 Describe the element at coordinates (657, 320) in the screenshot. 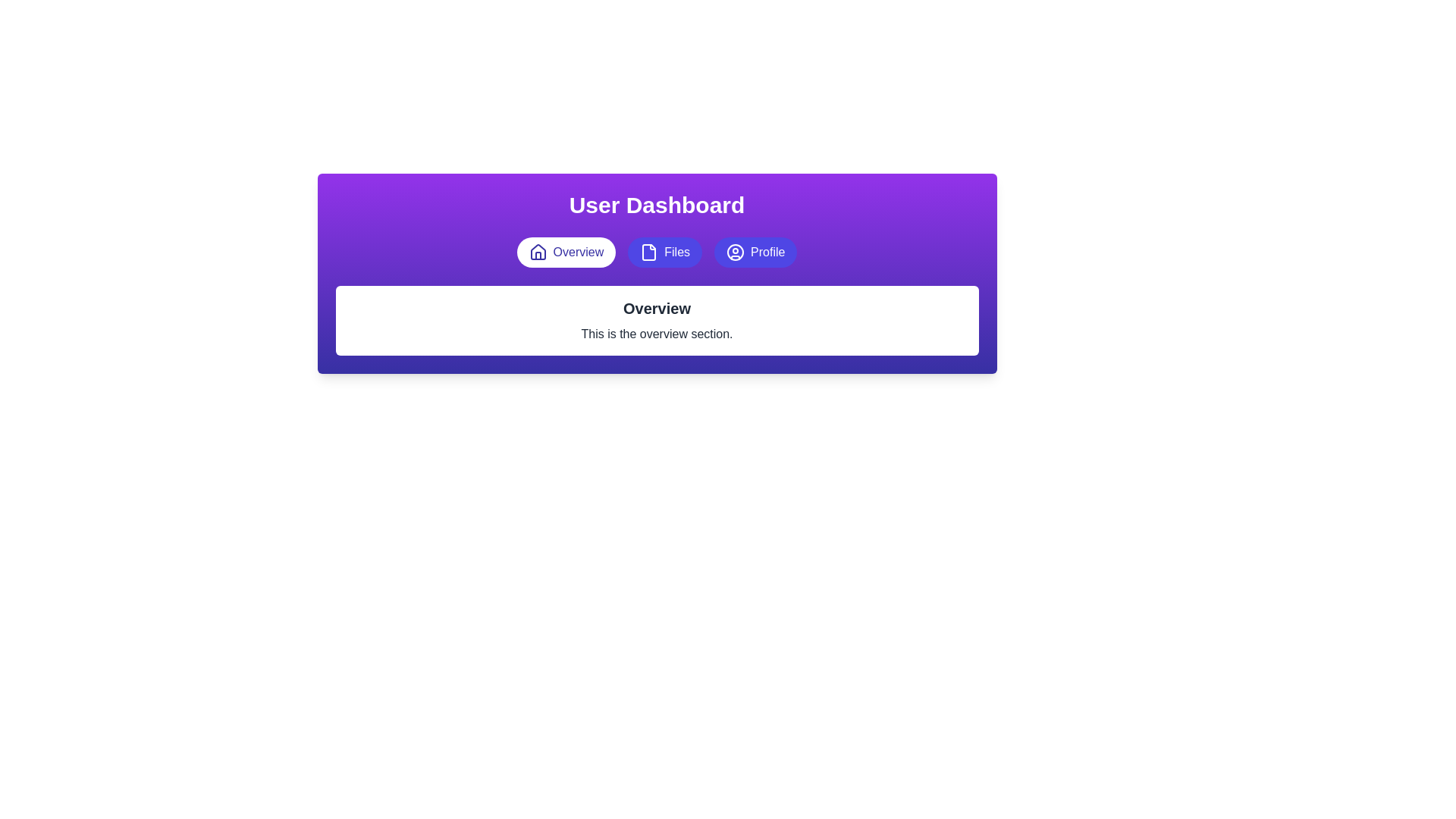

I see `the text block located beneath the navigation segments 'Overview', 'Files', and 'Profile' in the purple-themed dashboard interface` at that location.